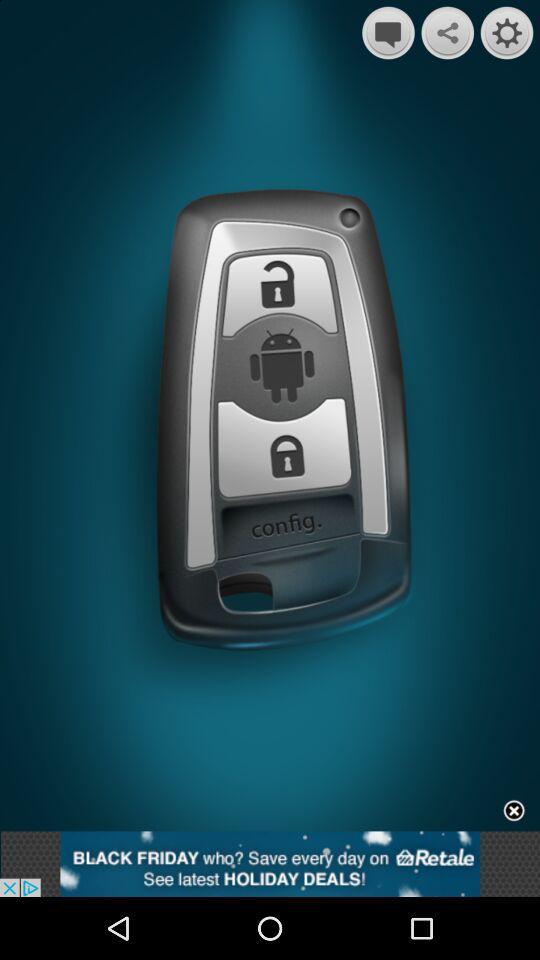 Image resolution: width=540 pixels, height=960 pixels. Describe the element at coordinates (278, 318) in the screenshot. I see `the lock icon` at that location.